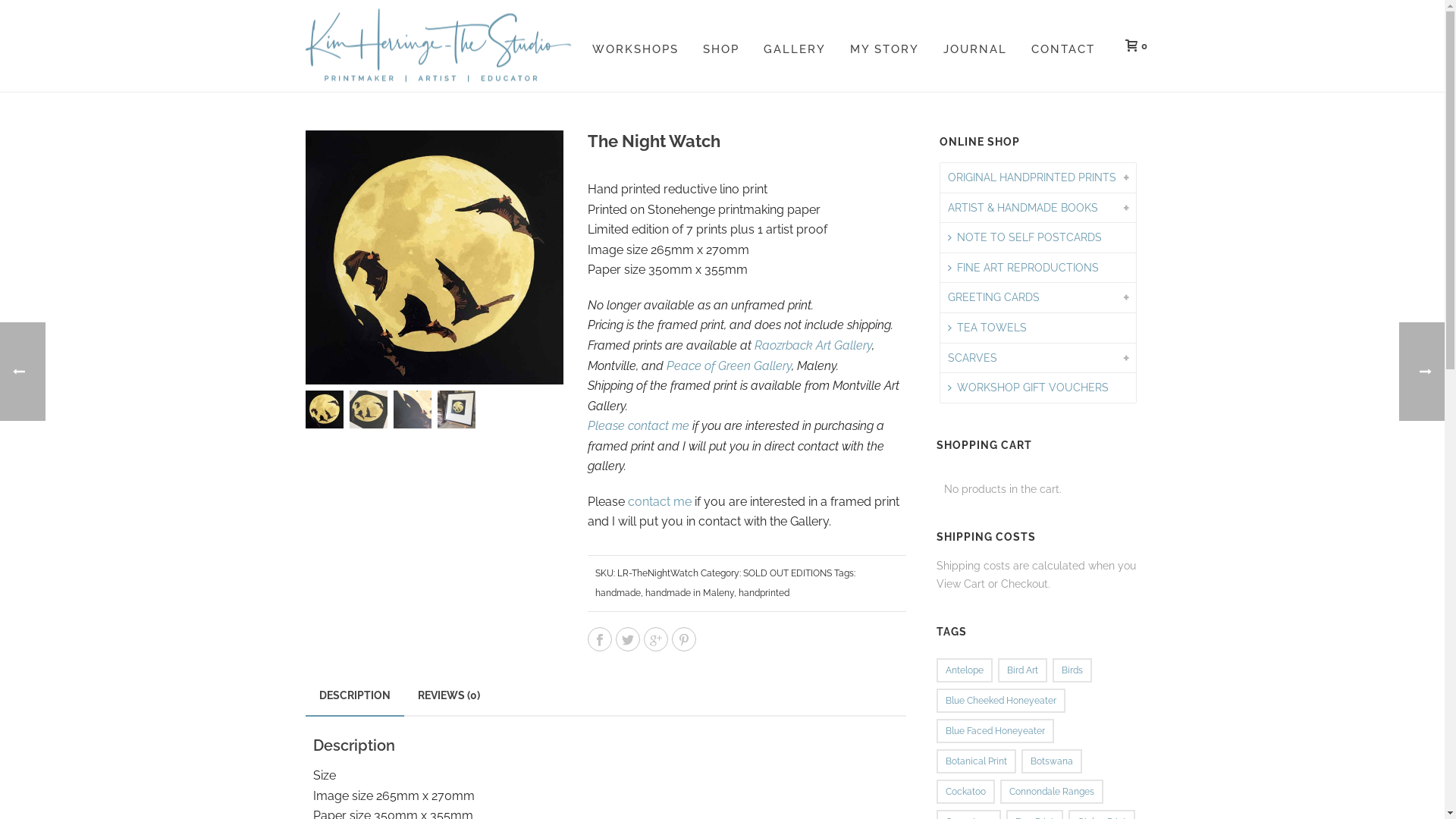 This screenshot has height=819, width=1456. Describe the element at coordinates (939, 327) in the screenshot. I see `'TEA TOWELS'` at that location.